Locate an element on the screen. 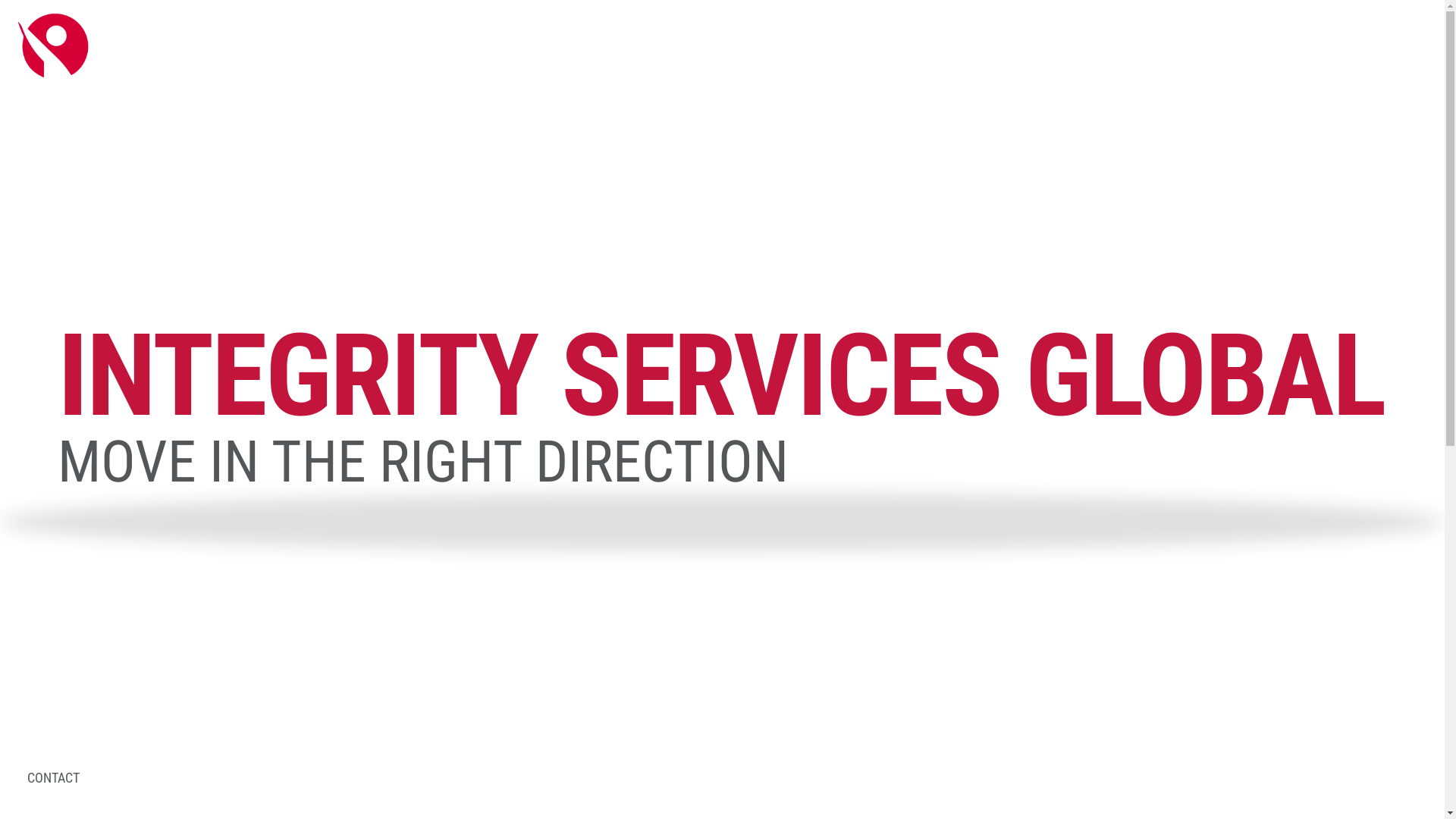  'CONTACT' is located at coordinates (63, 778).